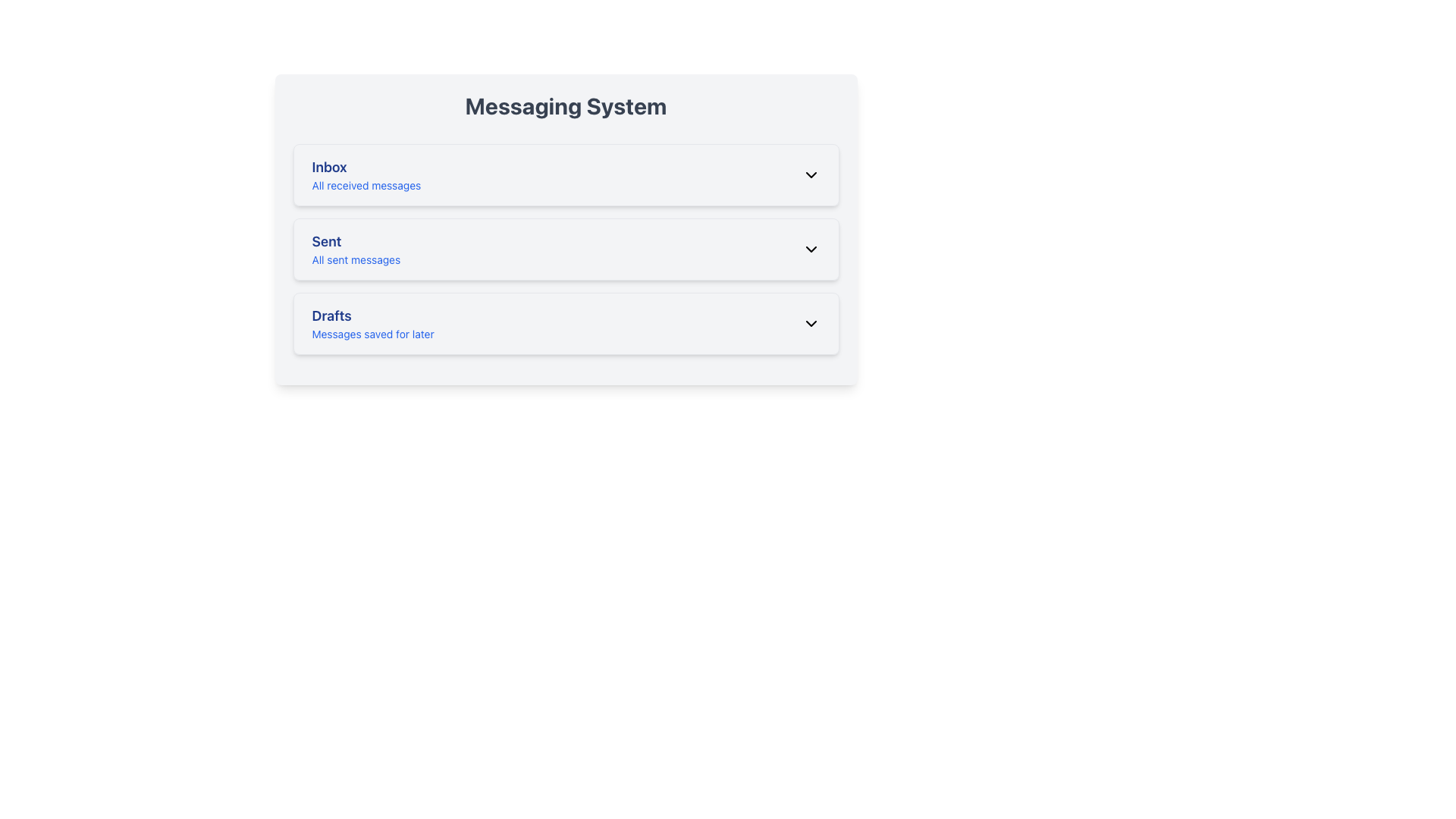  I want to click on the content of the 'Drafts' text element, which contains a bold header and a subtitle, located at the specified coordinates, so click(373, 323).